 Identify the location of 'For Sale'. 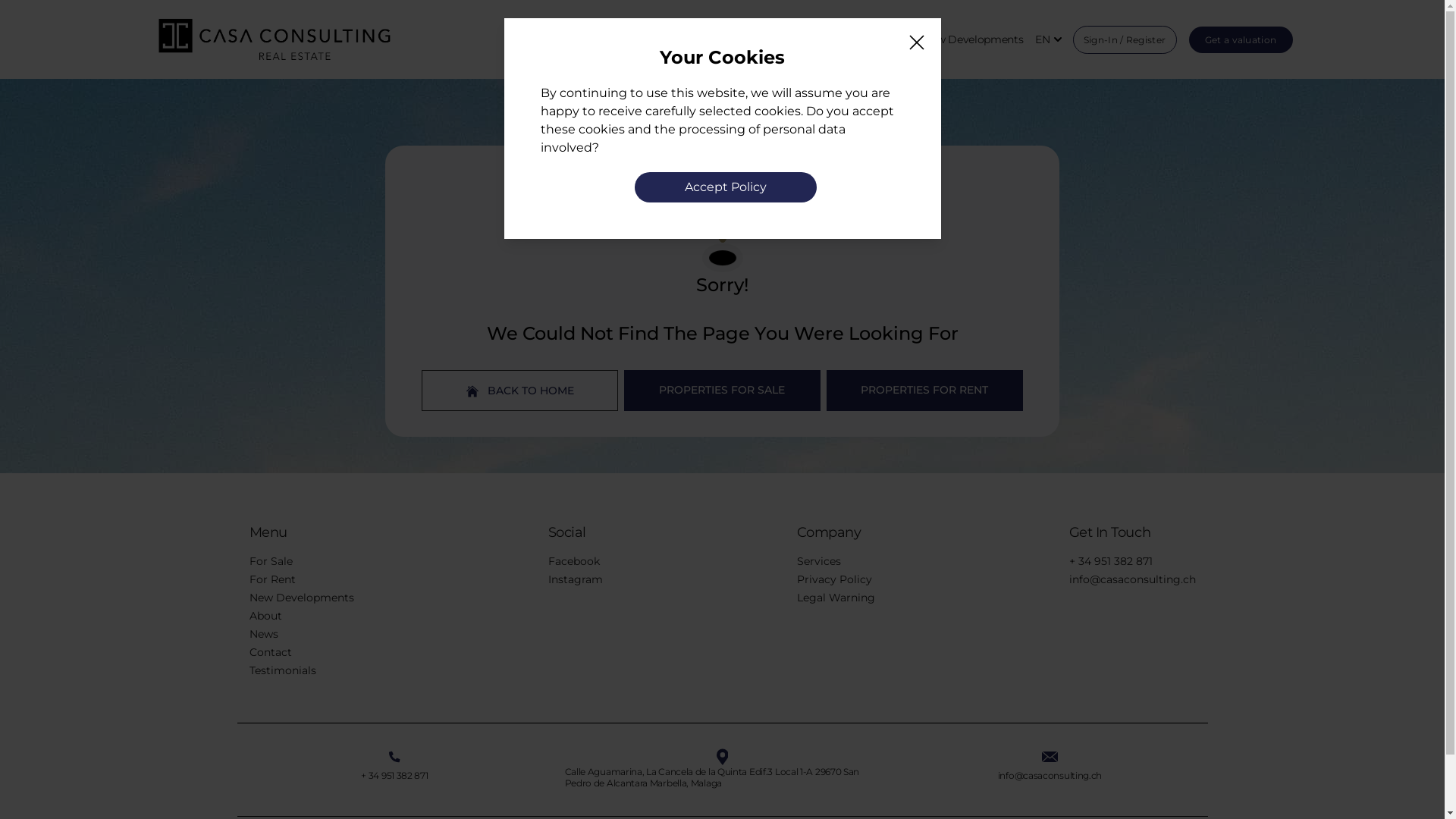
(270, 561).